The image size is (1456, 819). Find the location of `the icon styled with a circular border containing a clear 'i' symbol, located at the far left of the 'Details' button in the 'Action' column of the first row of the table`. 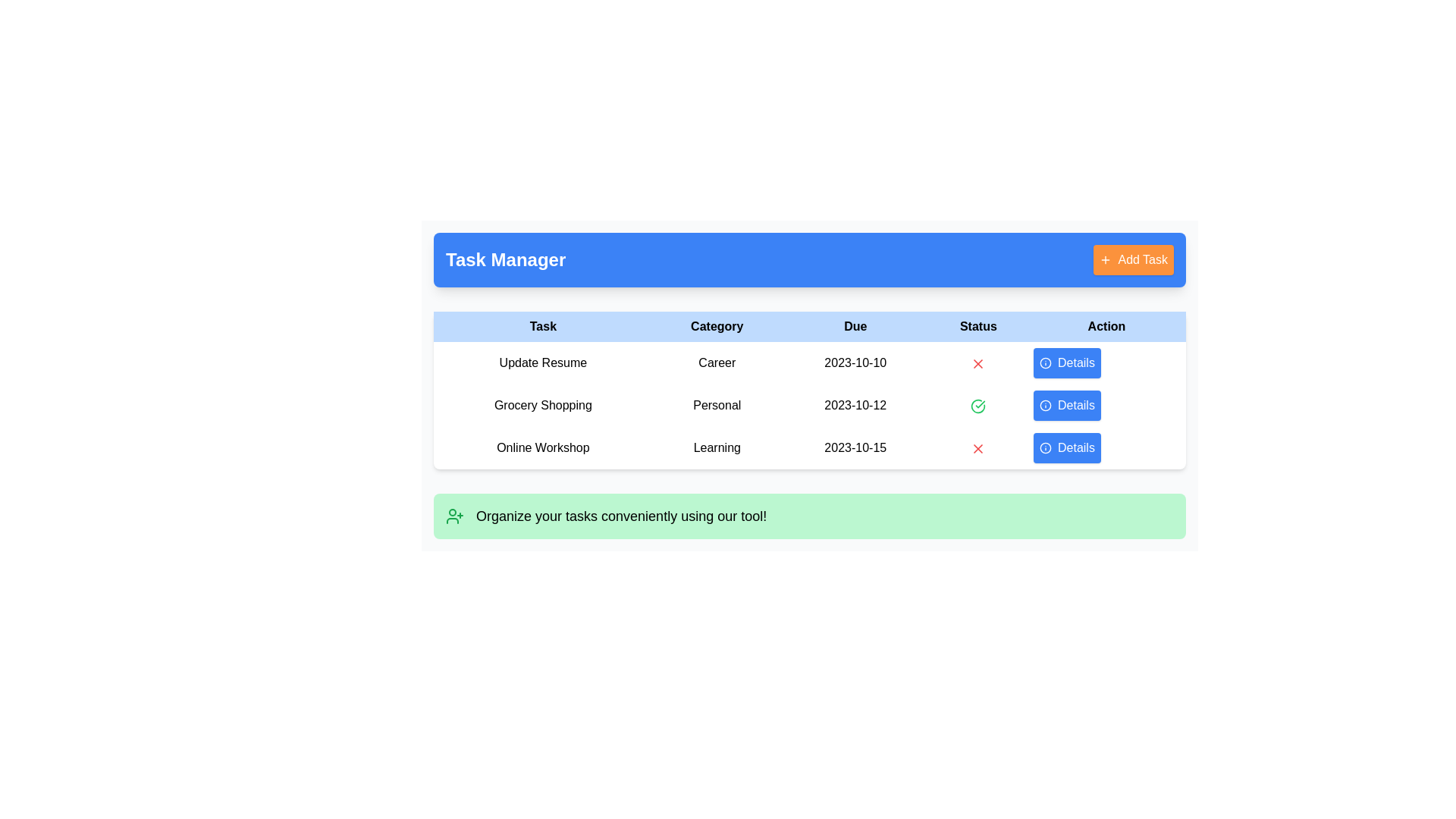

the icon styled with a circular border containing a clear 'i' symbol, located at the far left of the 'Details' button in the 'Action' column of the first row of the table is located at coordinates (1044, 362).